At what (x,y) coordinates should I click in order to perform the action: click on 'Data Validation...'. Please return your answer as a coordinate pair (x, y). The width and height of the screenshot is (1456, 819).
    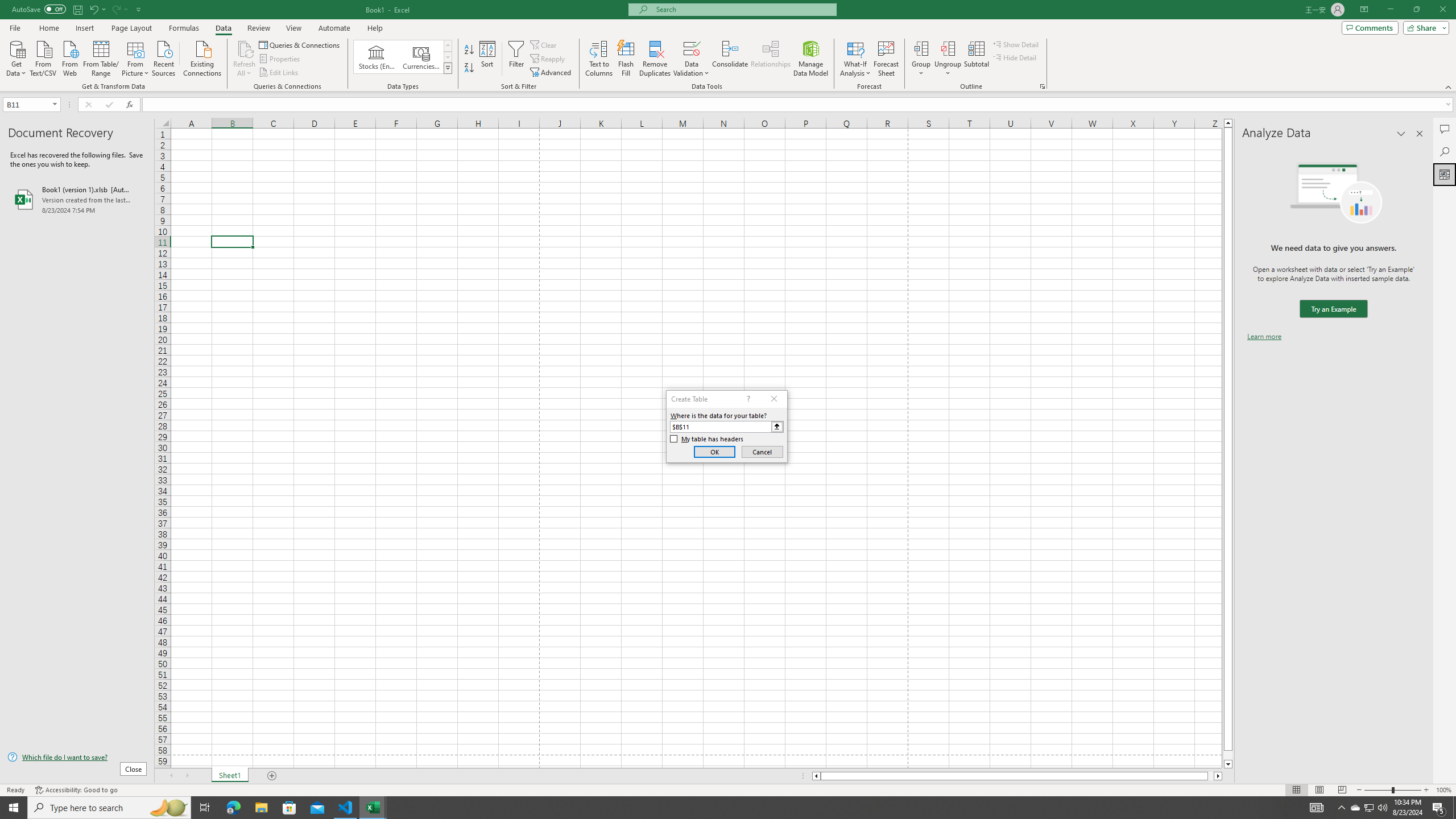
    Looking at the image, I should click on (691, 48).